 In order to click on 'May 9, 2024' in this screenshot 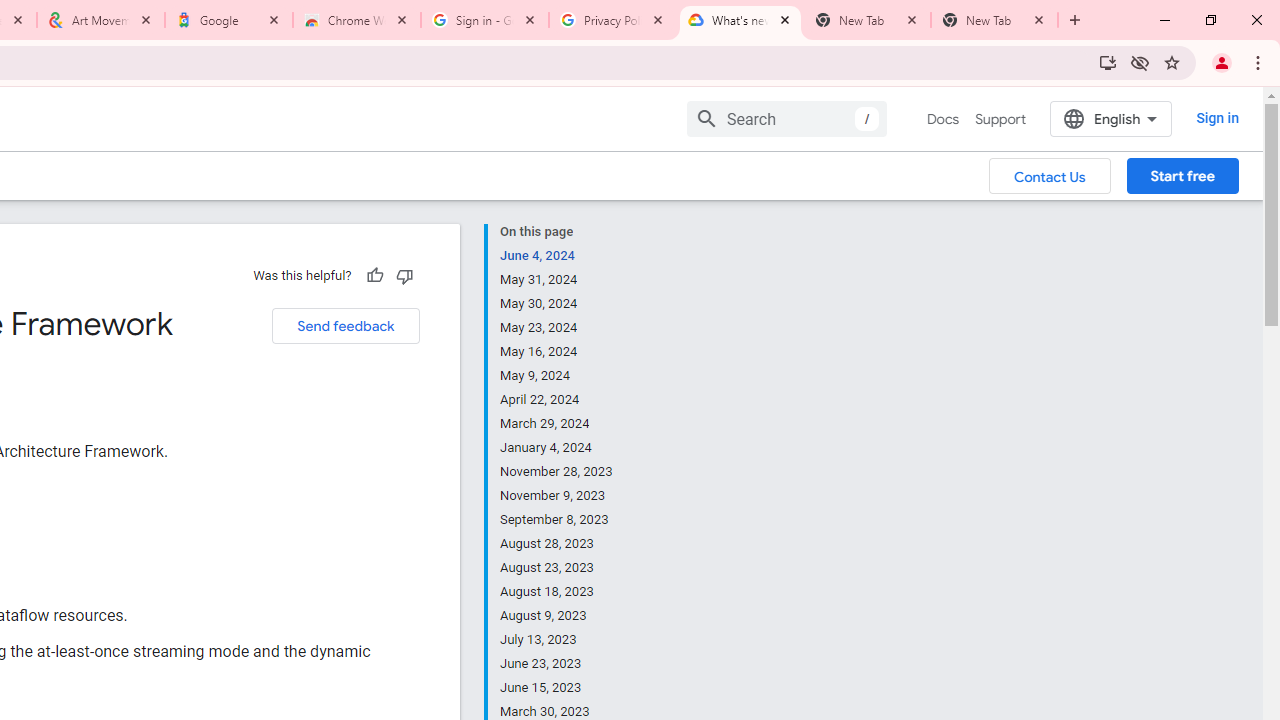, I will do `click(557, 376)`.